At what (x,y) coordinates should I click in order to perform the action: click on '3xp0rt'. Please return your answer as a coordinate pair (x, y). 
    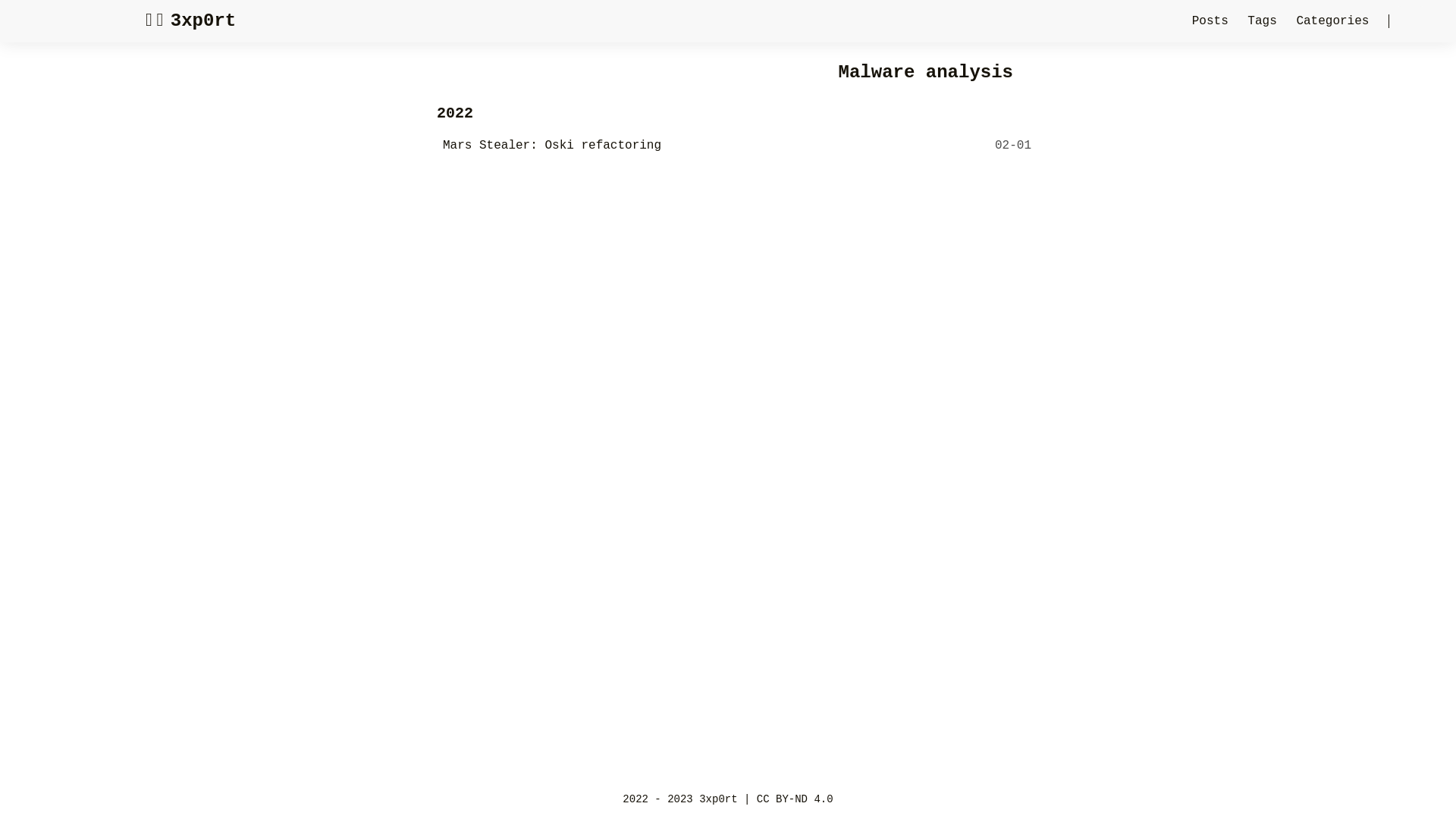
    Looking at the image, I should click on (717, 798).